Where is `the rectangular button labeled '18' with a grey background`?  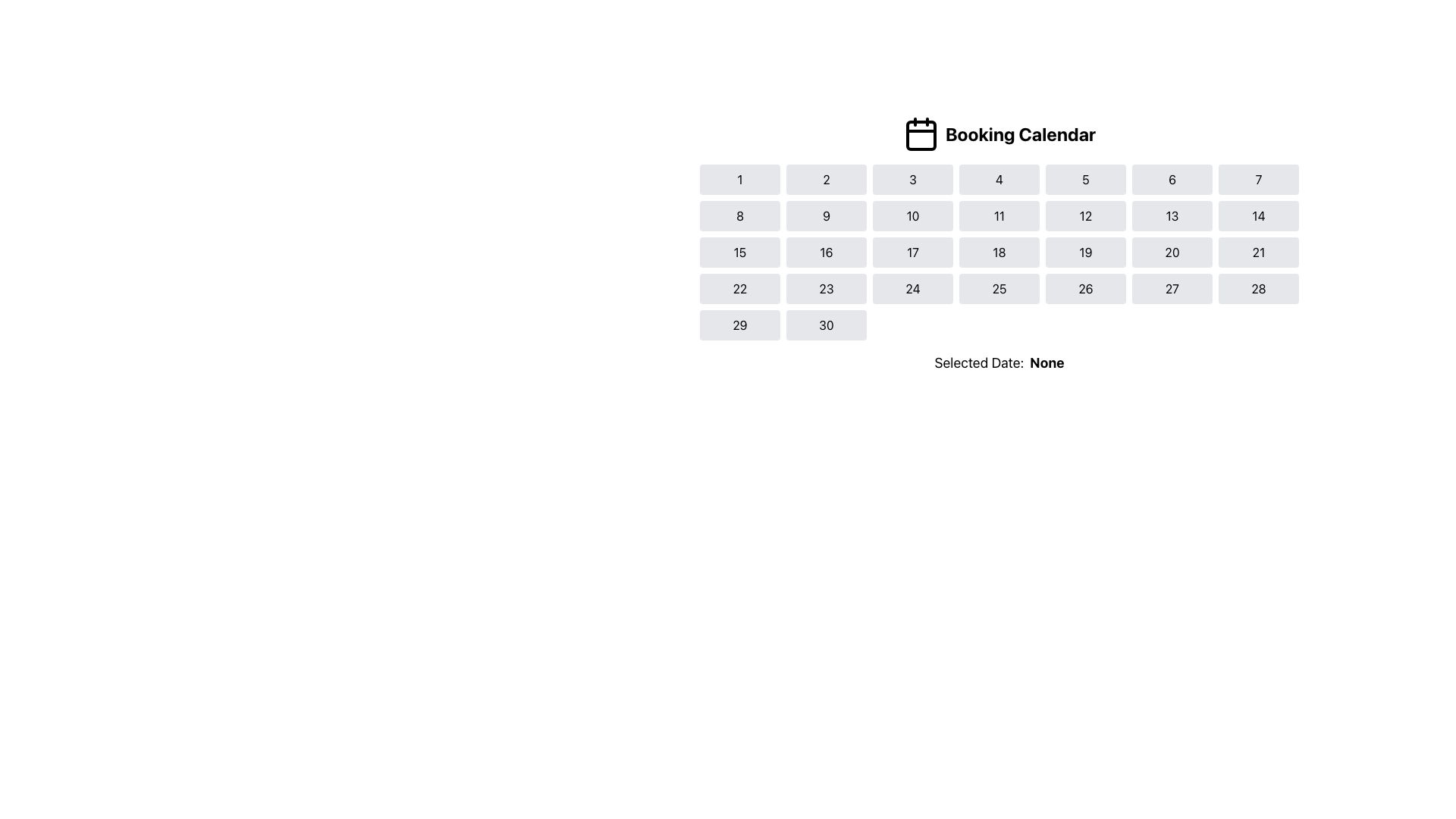
the rectangular button labeled '18' with a grey background is located at coordinates (999, 251).